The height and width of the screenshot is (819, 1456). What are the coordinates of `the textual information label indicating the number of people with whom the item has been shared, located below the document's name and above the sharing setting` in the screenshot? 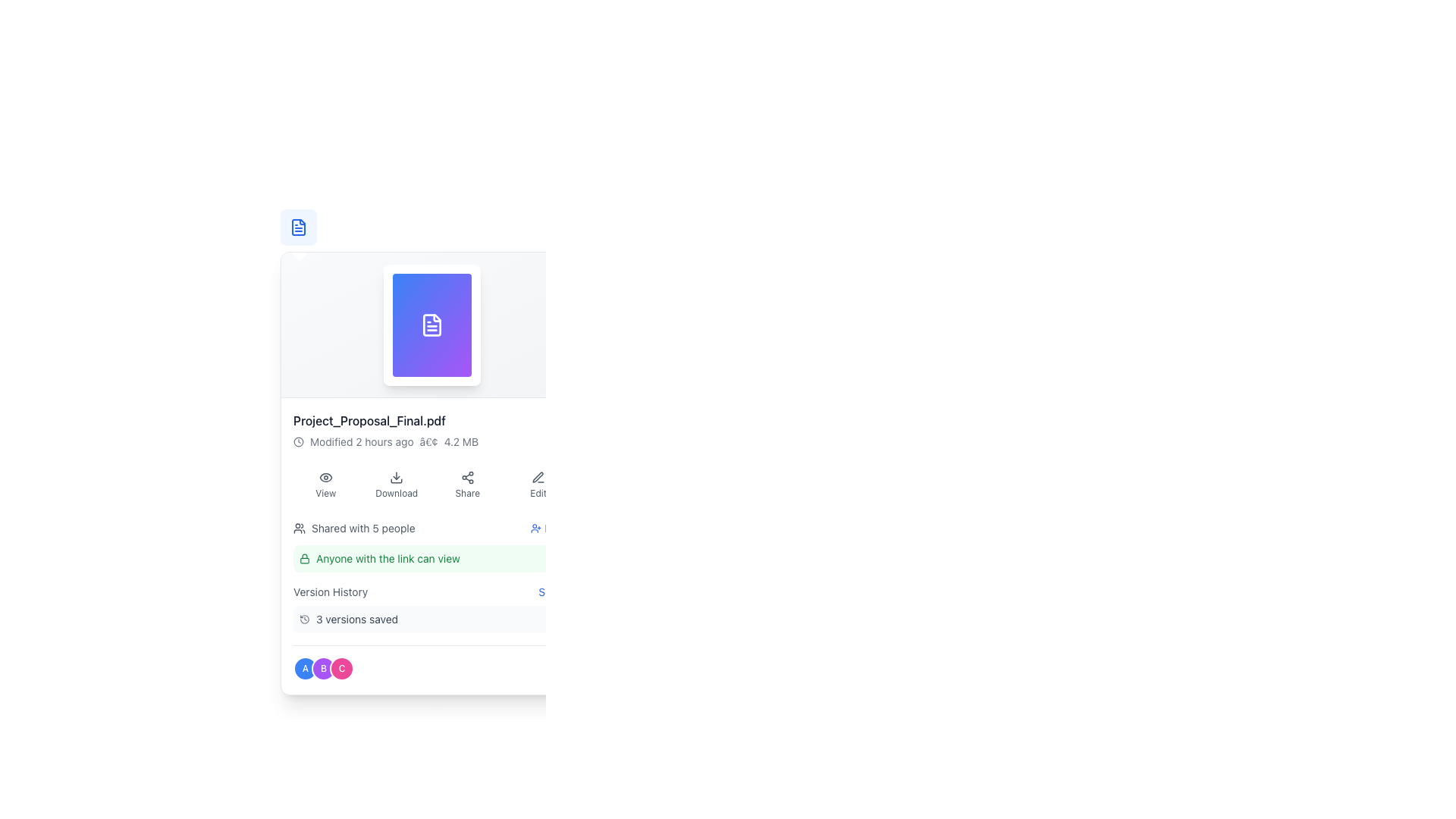 It's located at (353, 528).